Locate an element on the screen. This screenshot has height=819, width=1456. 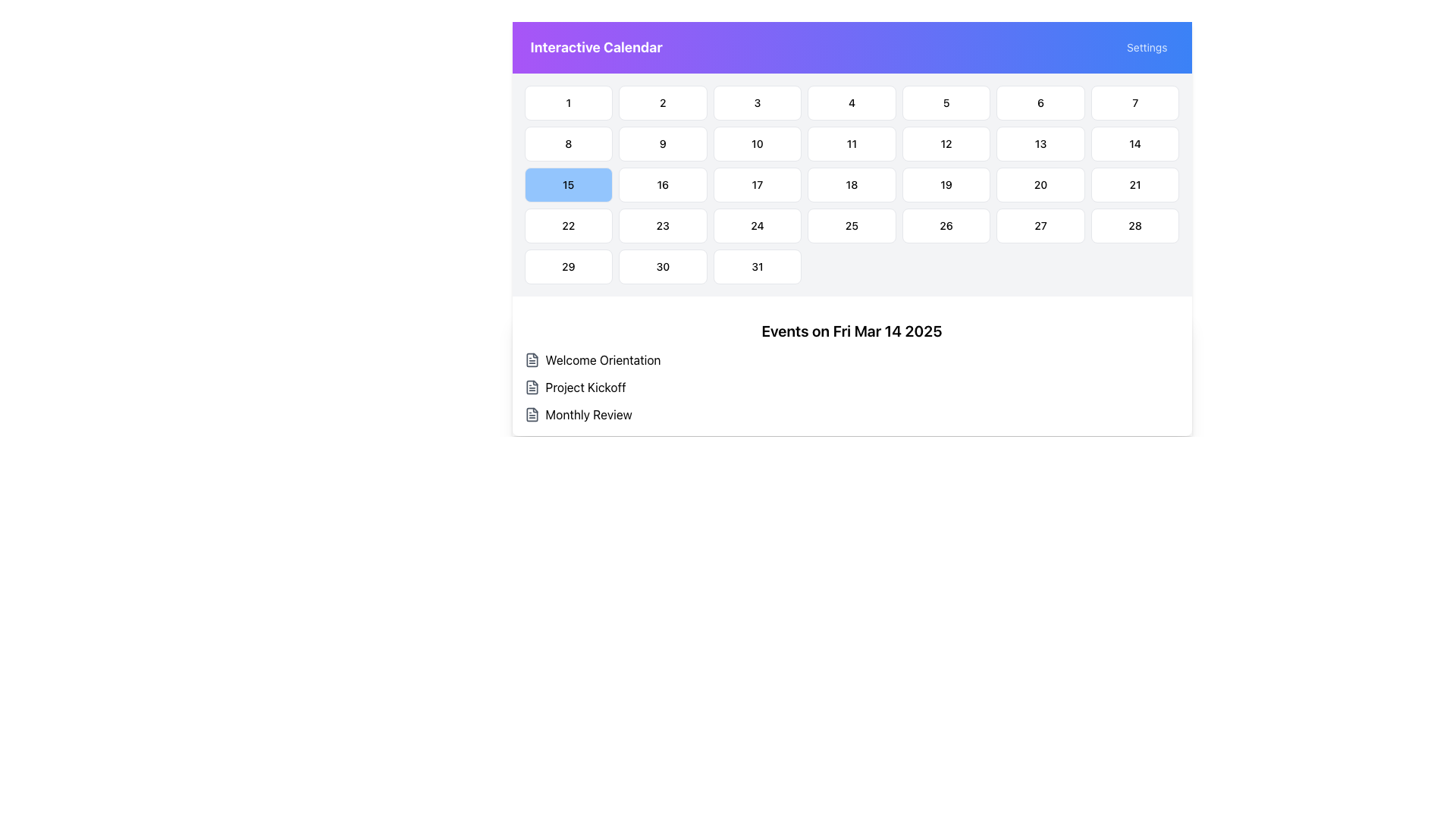
the Text label displaying the number '28' within the last box of the fifth row under the 'Interactive Calendar' header is located at coordinates (1135, 225).